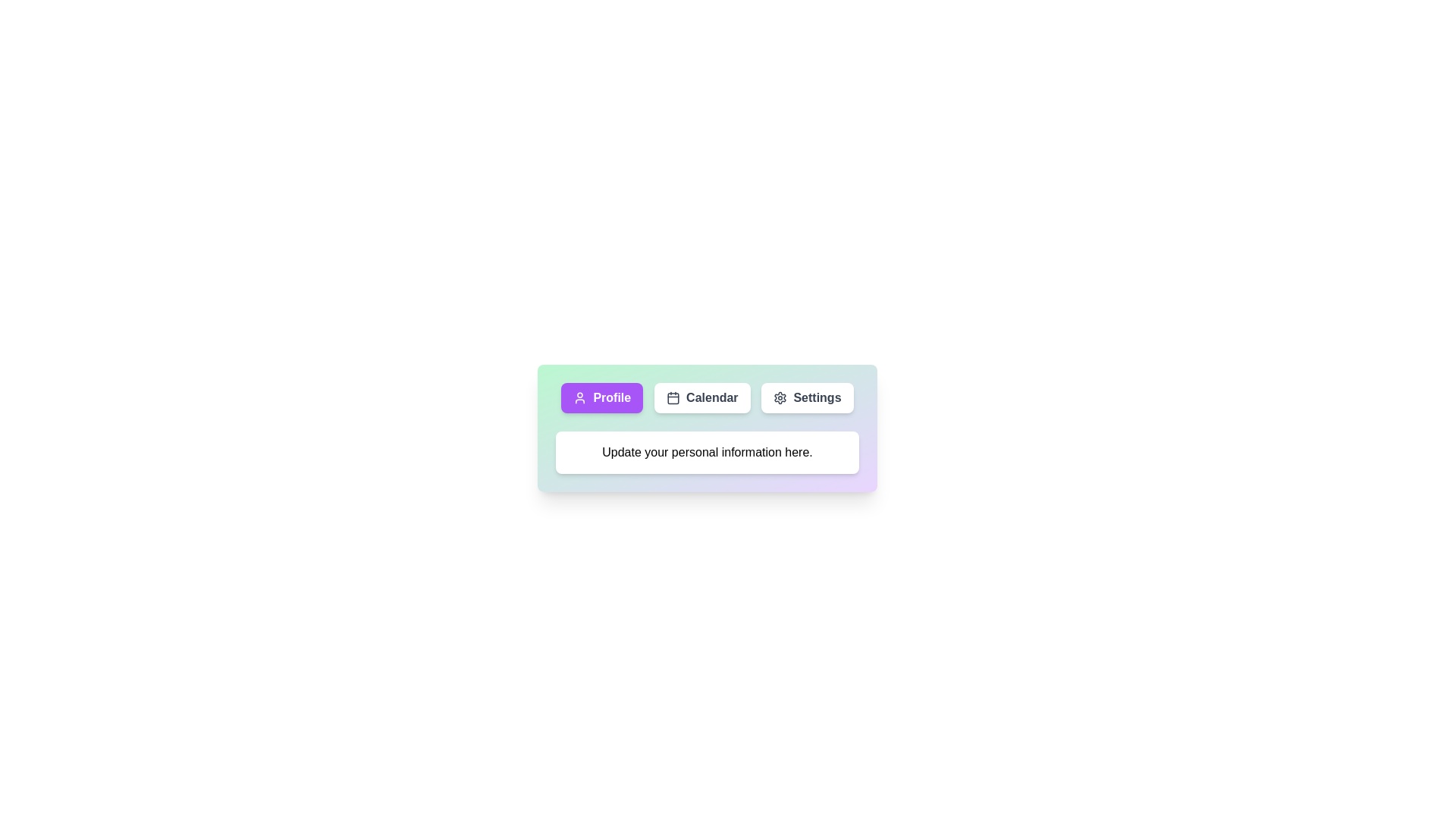 This screenshot has height=819, width=1456. What do you see at coordinates (706, 452) in the screenshot?
I see `the text label displaying 'Update your personal information here.' which is housed within a distinct white, rounded rectangle below the toolbar` at bounding box center [706, 452].